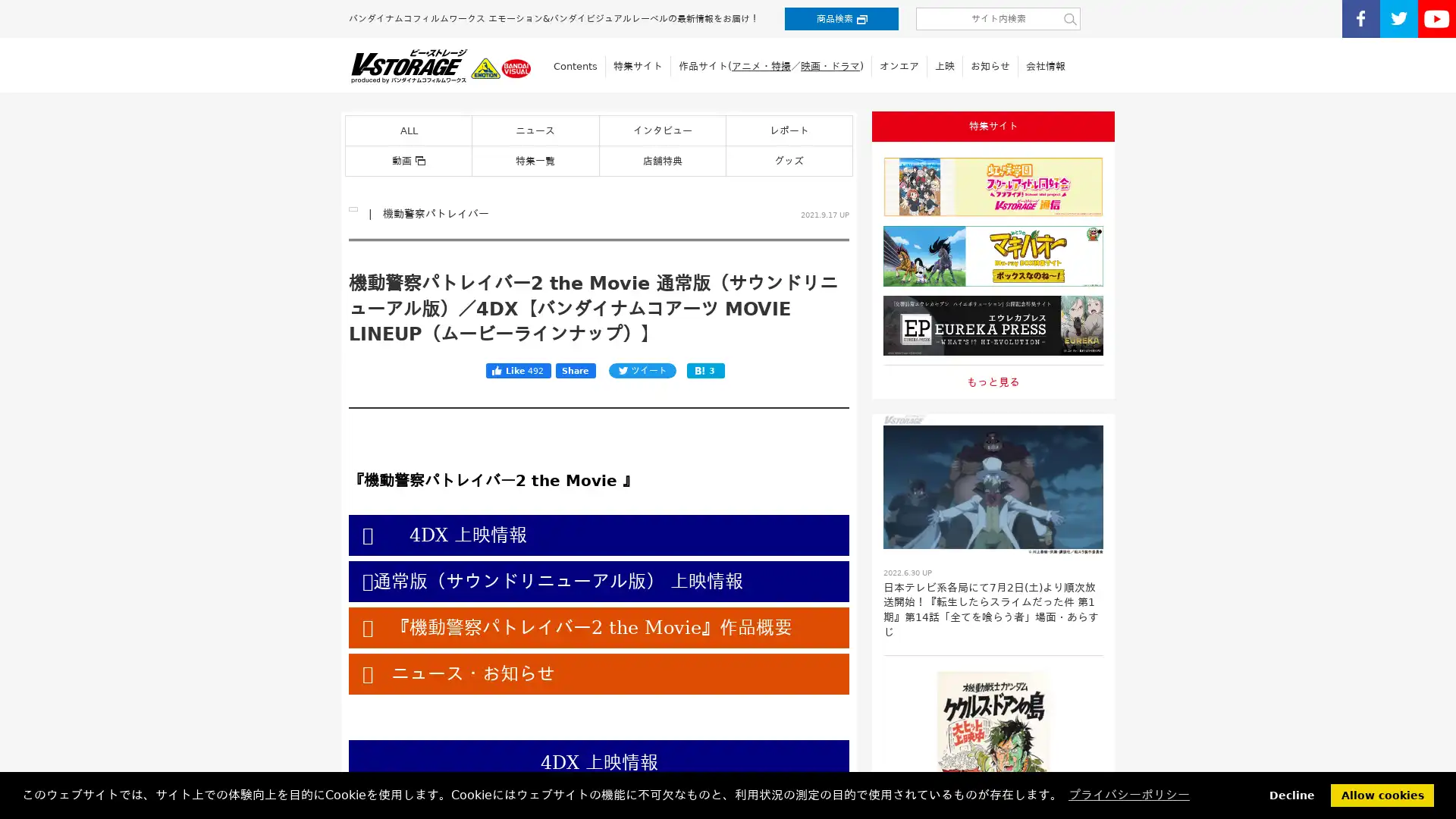 The width and height of the screenshot is (1456, 819). Describe the element at coordinates (1128, 794) in the screenshot. I see `learn more about cookies` at that location.